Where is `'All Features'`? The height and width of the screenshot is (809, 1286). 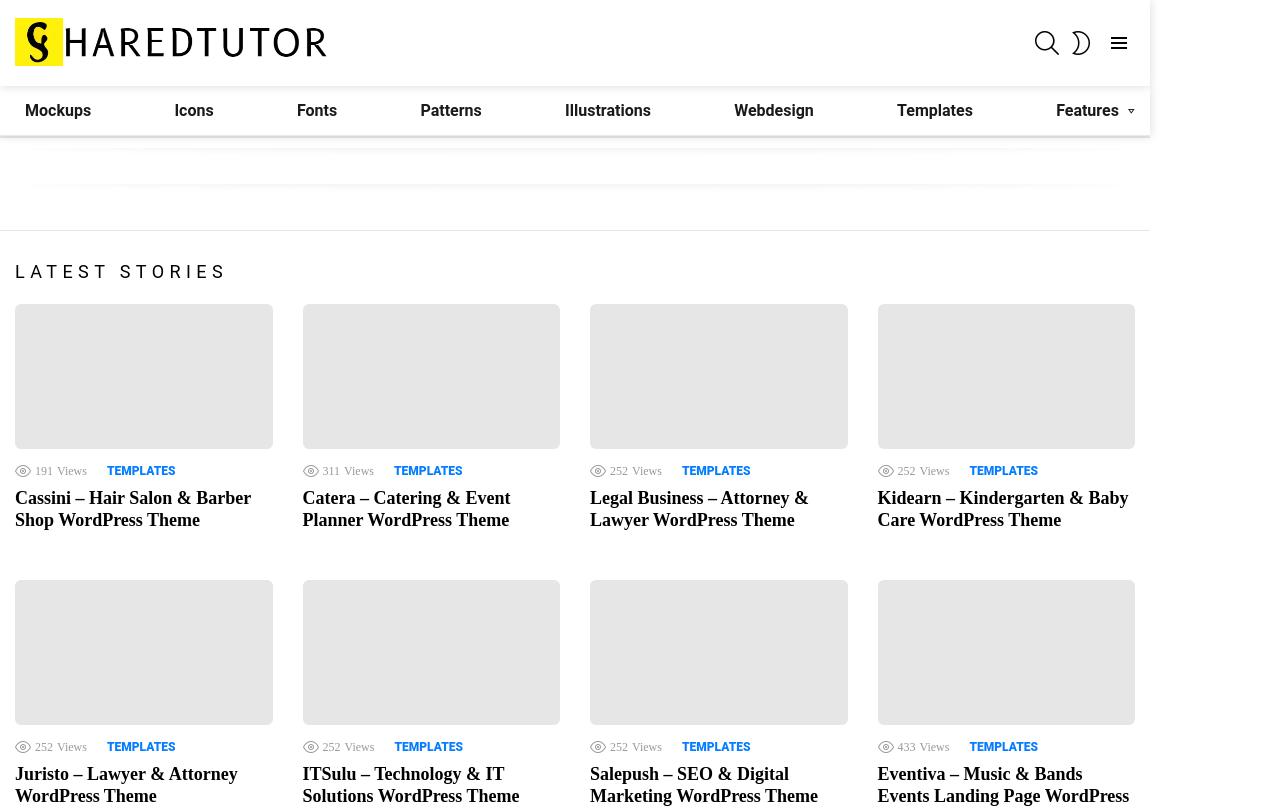 'All Features' is located at coordinates (1099, 210).